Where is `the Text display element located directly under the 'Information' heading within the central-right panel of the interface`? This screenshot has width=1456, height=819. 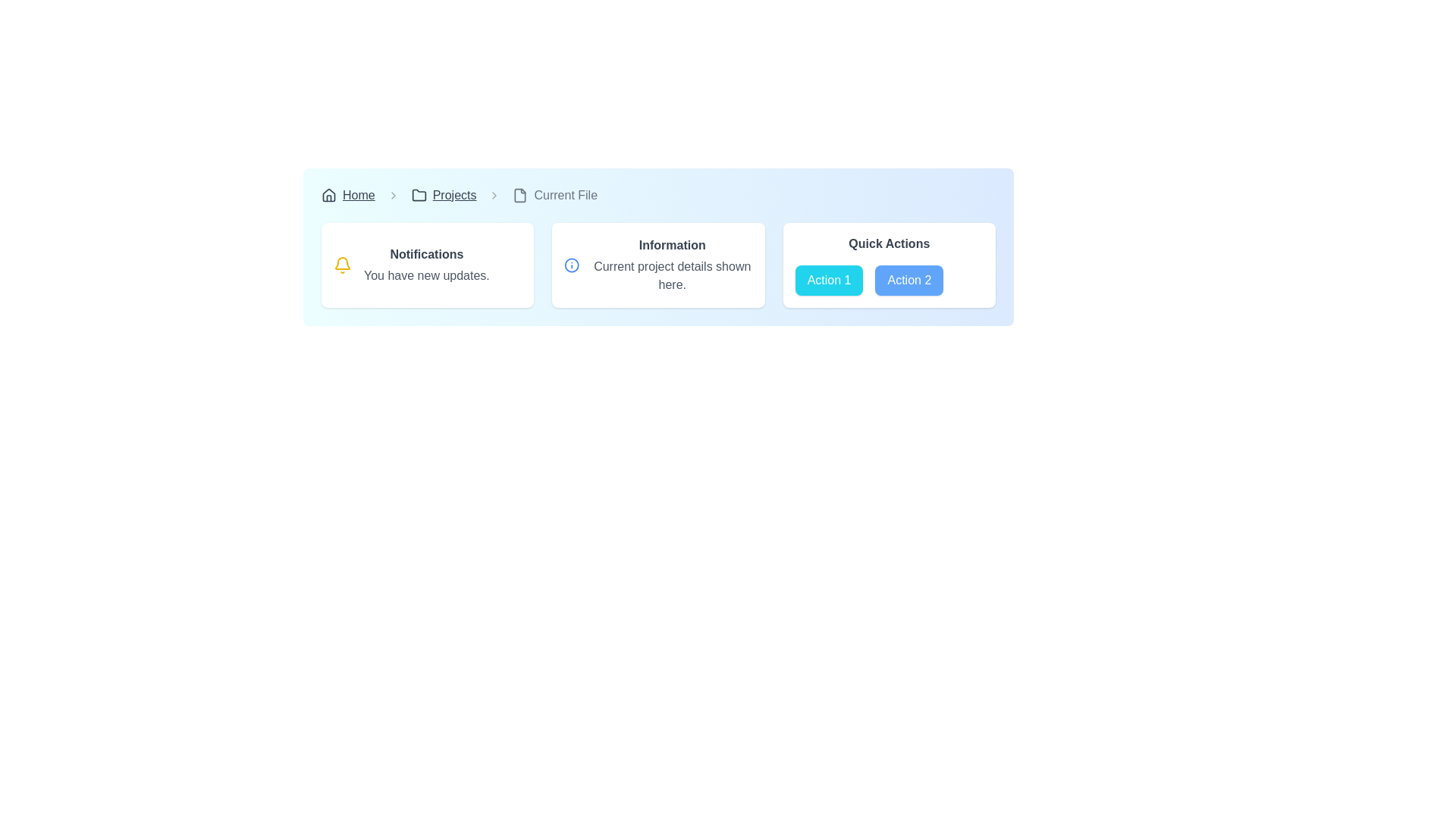
the Text display element located directly under the 'Information' heading within the central-right panel of the interface is located at coordinates (671, 275).